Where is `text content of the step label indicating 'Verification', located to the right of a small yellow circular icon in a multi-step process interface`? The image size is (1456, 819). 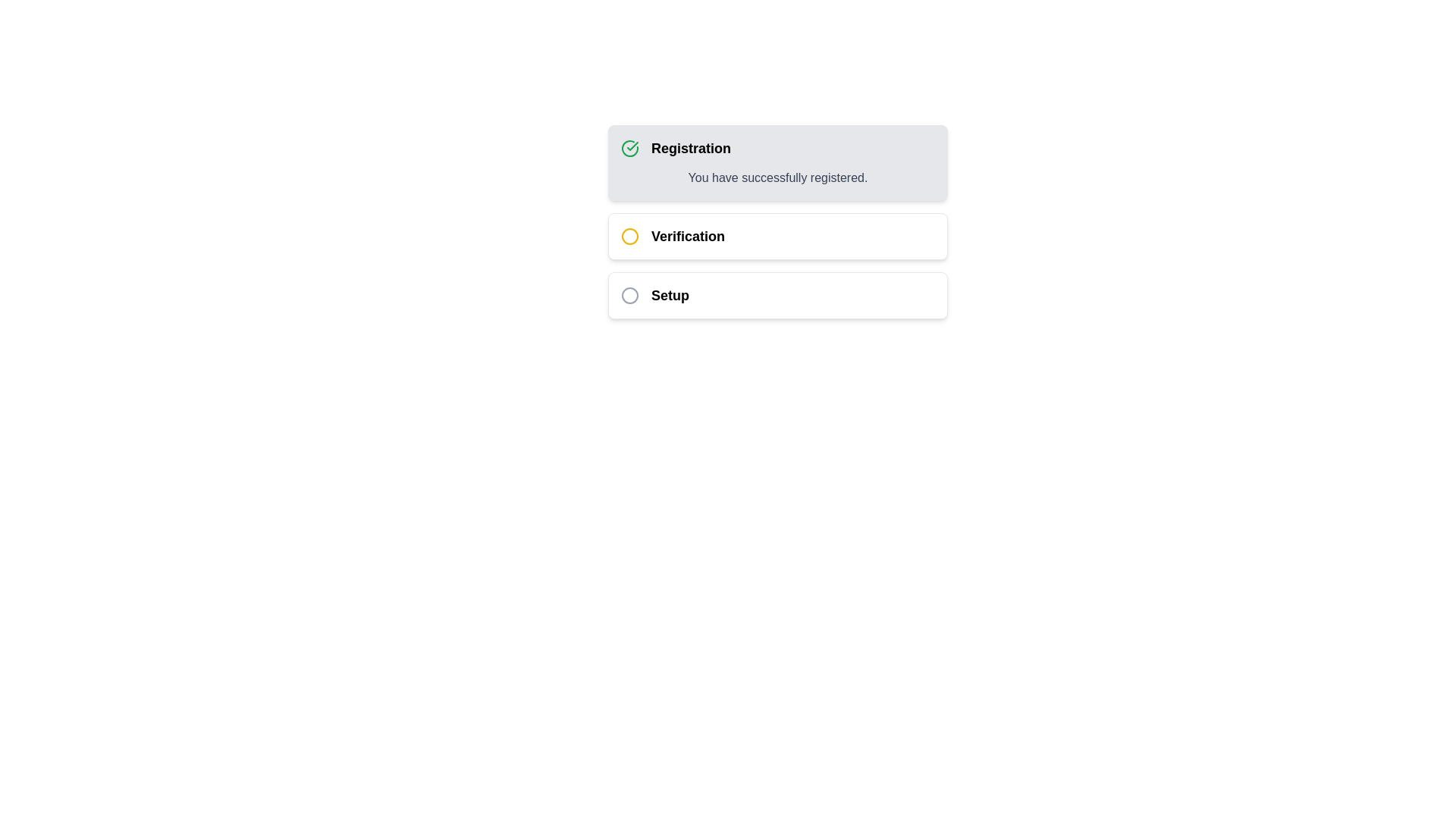 text content of the step label indicating 'Verification', located to the right of a small yellow circular icon in a multi-step process interface is located at coordinates (687, 237).